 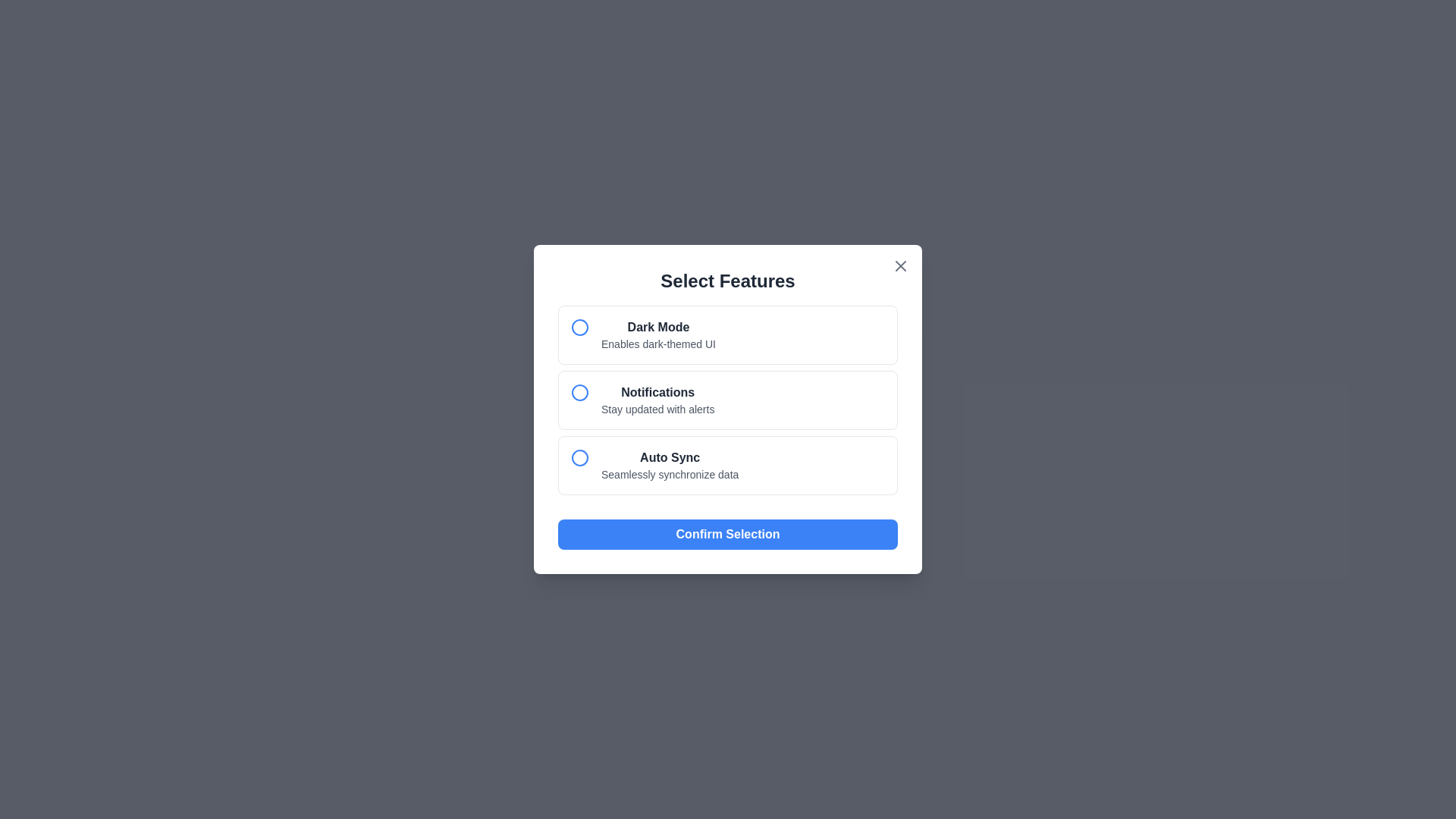 What do you see at coordinates (728, 534) in the screenshot?
I see `the 'Confirm Selection' button to confirm the selected features` at bounding box center [728, 534].